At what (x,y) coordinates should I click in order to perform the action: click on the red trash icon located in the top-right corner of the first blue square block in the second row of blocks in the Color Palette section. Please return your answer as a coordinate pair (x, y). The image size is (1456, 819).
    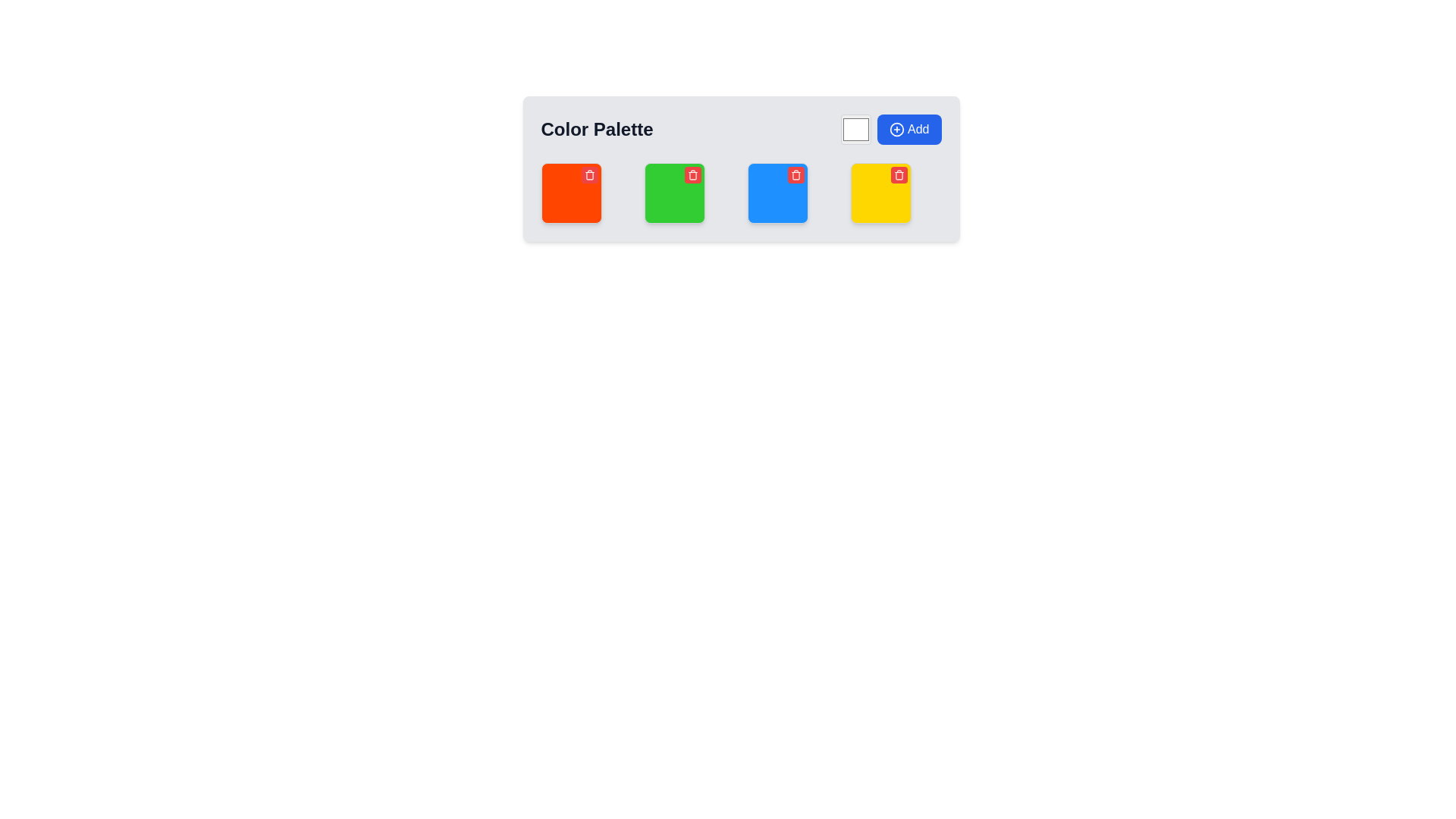
    Looking at the image, I should click on (795, 174).